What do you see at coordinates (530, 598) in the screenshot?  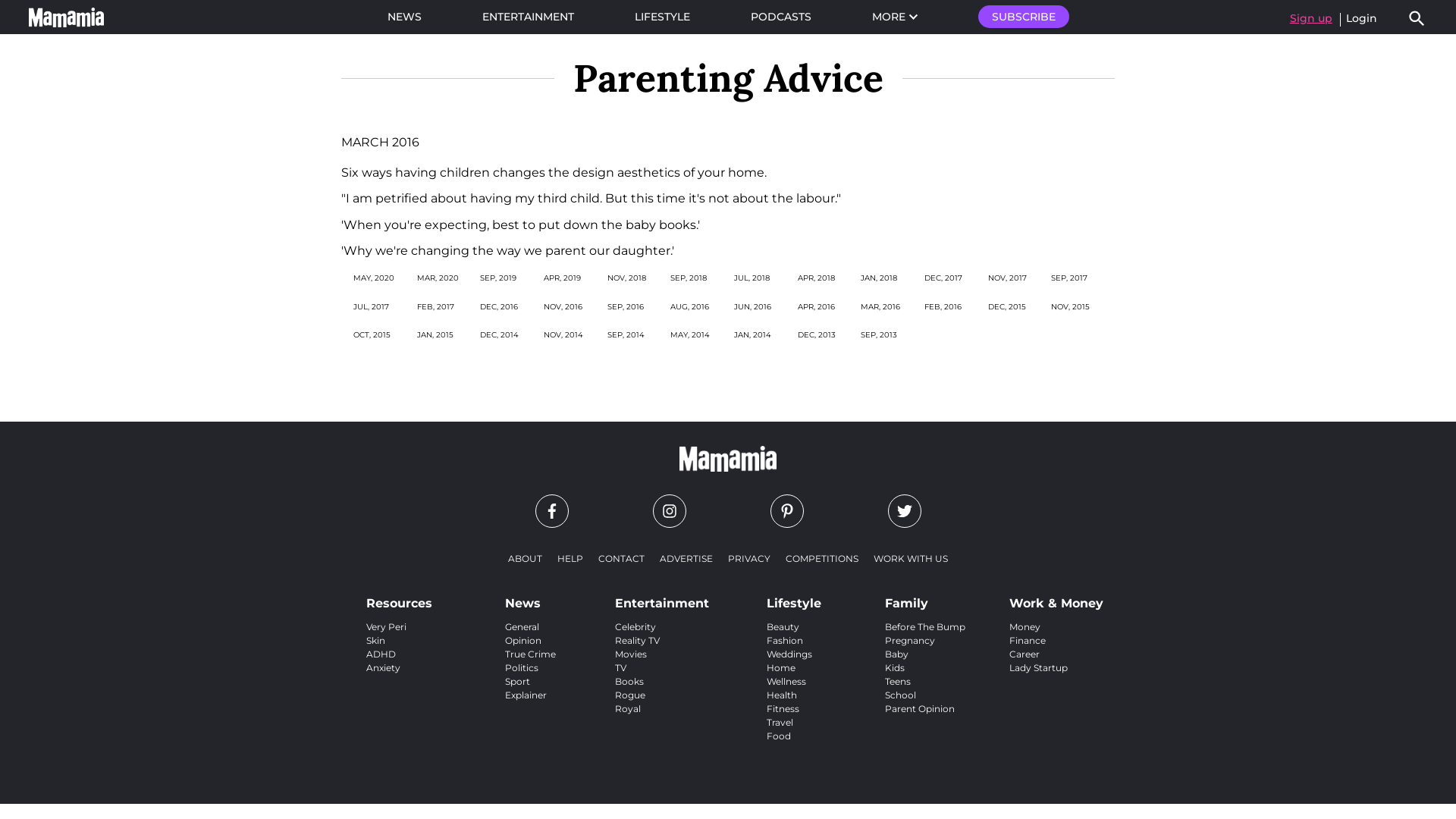 I see `'News'` at bounding box center [530, 598].